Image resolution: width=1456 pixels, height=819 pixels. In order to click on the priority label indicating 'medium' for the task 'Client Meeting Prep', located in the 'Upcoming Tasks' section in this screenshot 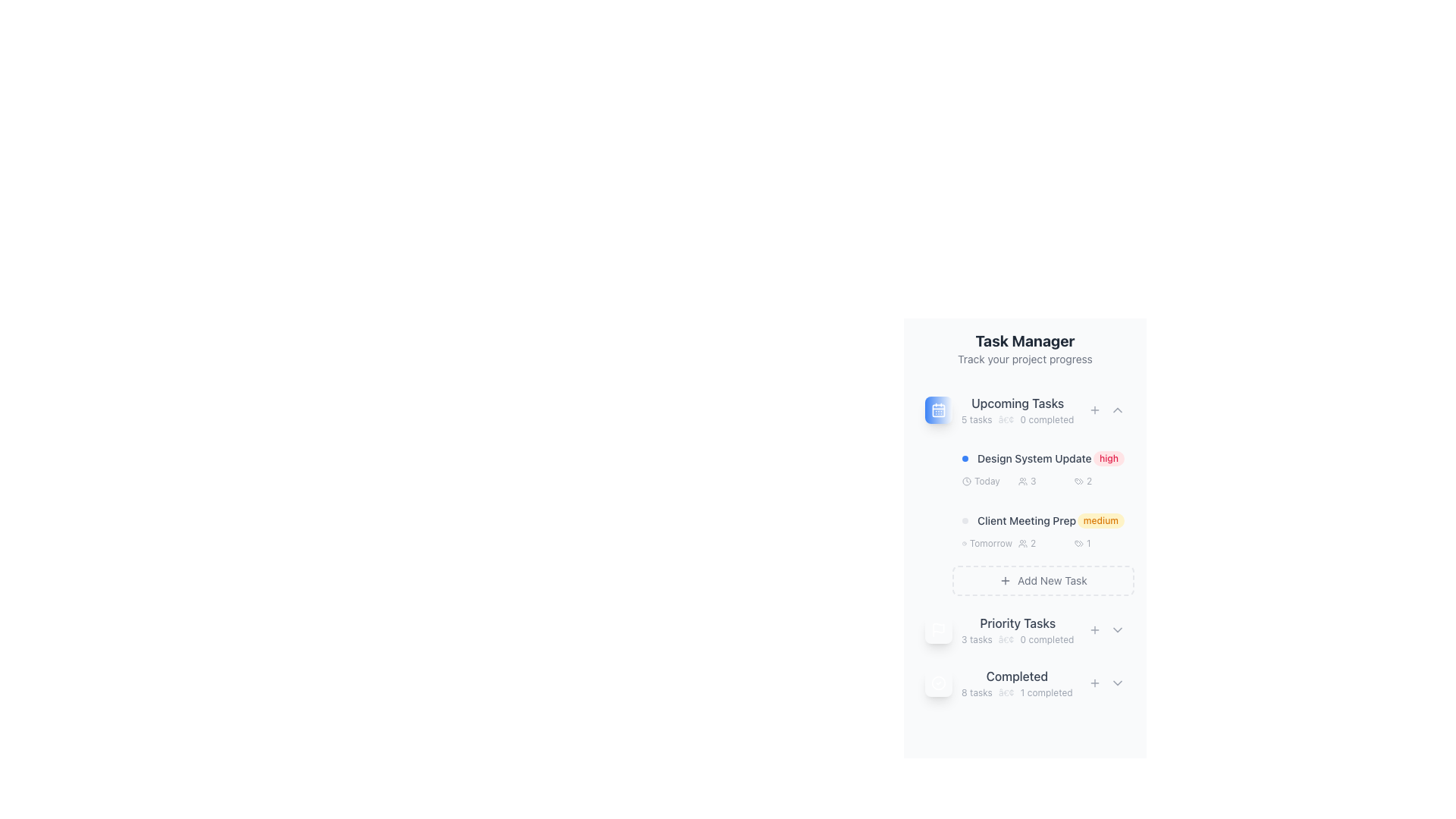, I will do `click(1043, 517)`.